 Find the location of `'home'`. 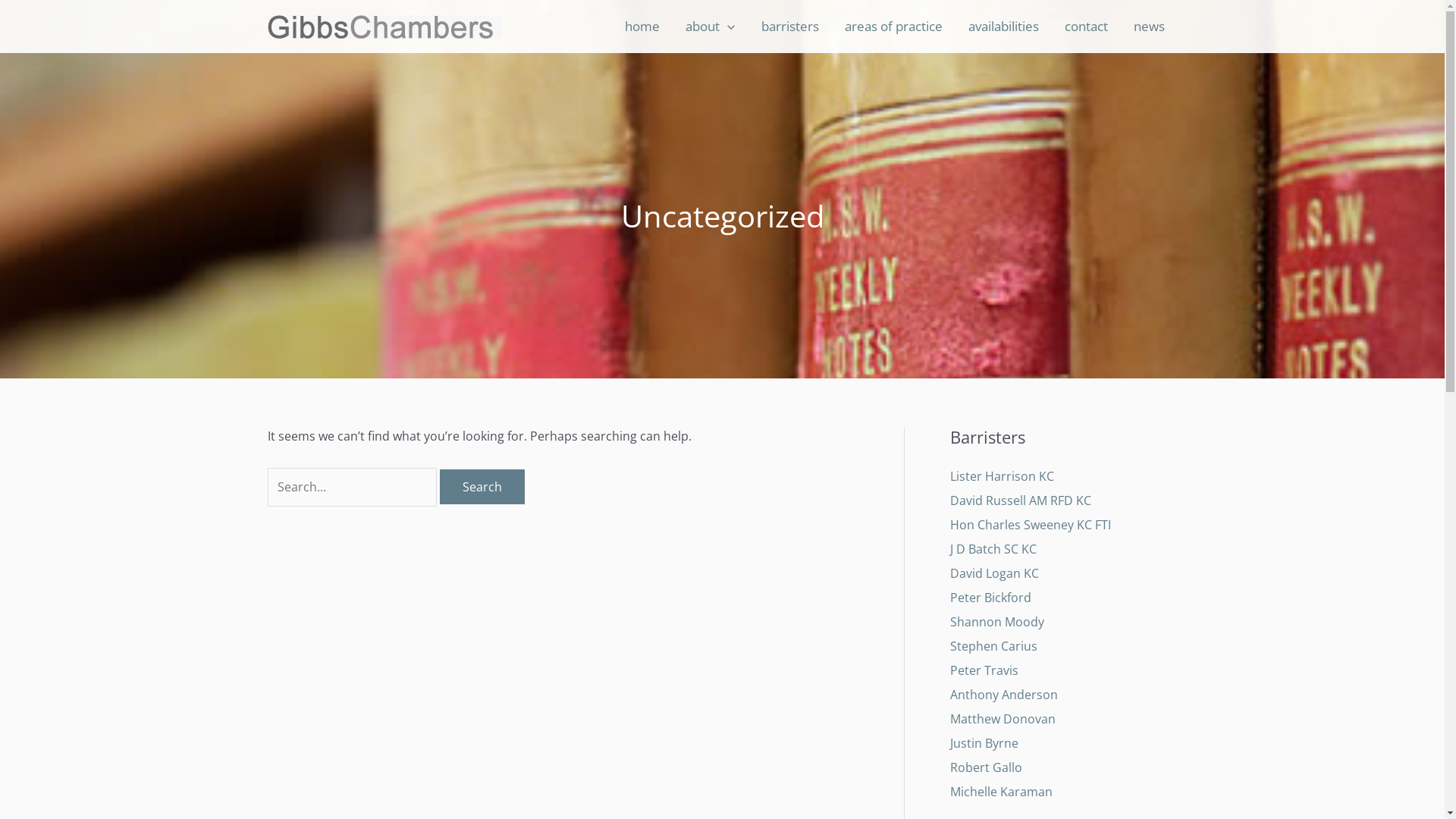

'home' is located at coordinates (642, 26).